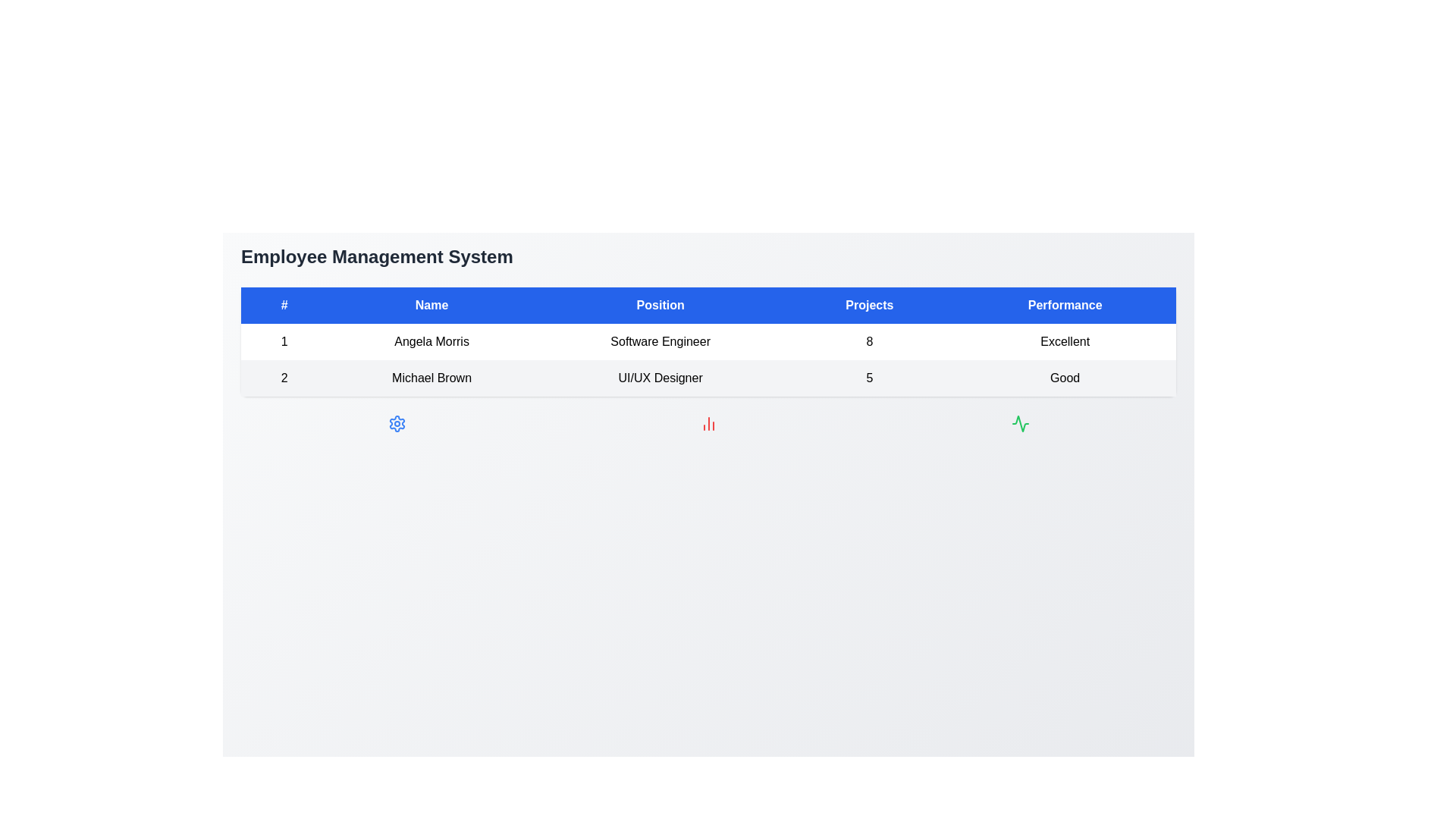 The image size is (1456, 819). Describe the element at coordinates (1064, 377) in the screenshot. I see `the performance rating text label for 'Michael Brown' located in the 'Performance' column of the data table` at that location.